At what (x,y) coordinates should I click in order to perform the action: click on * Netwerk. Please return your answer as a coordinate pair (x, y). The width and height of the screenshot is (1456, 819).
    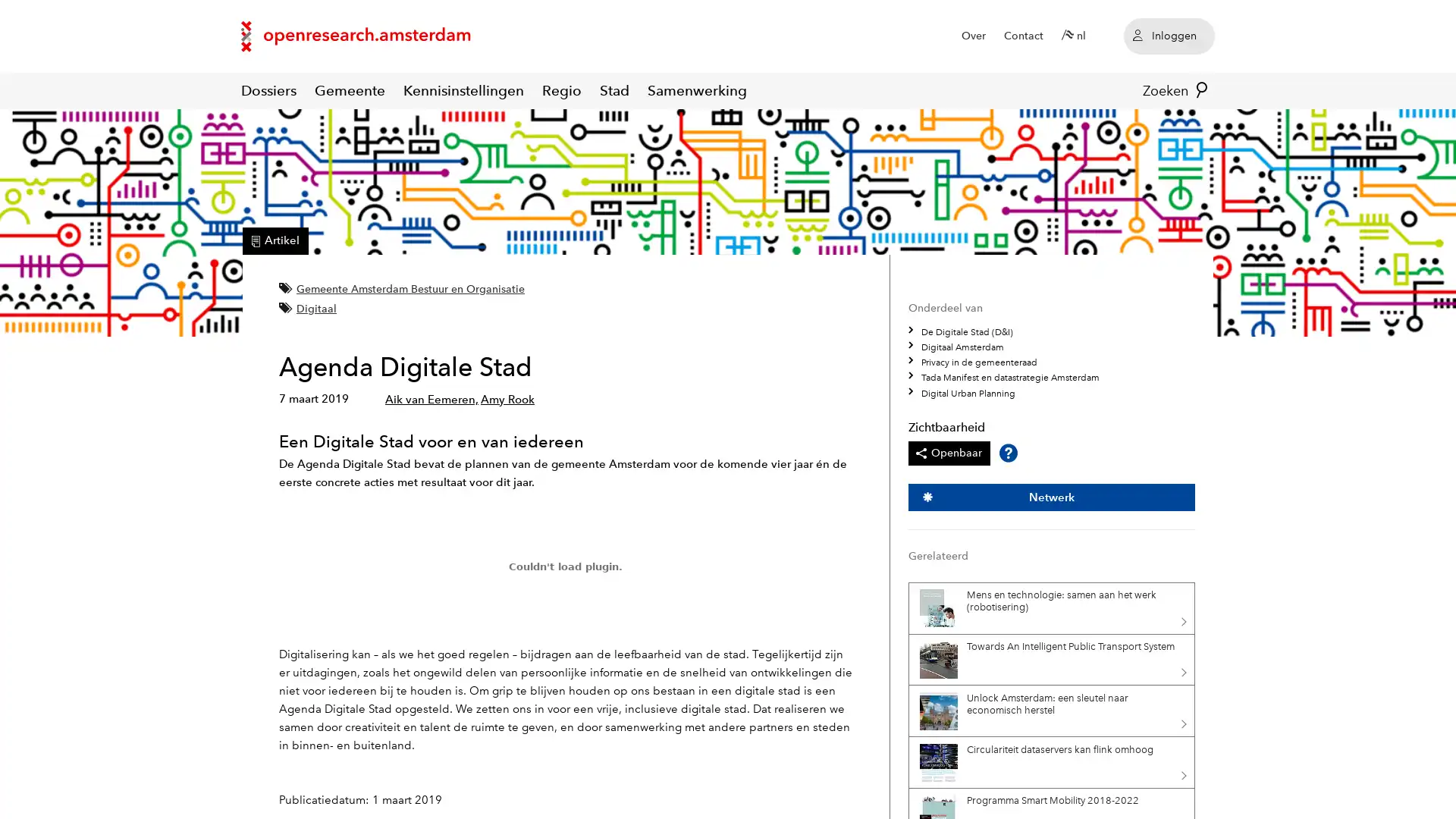
    Looking at the image, I should click on (1050, 497).